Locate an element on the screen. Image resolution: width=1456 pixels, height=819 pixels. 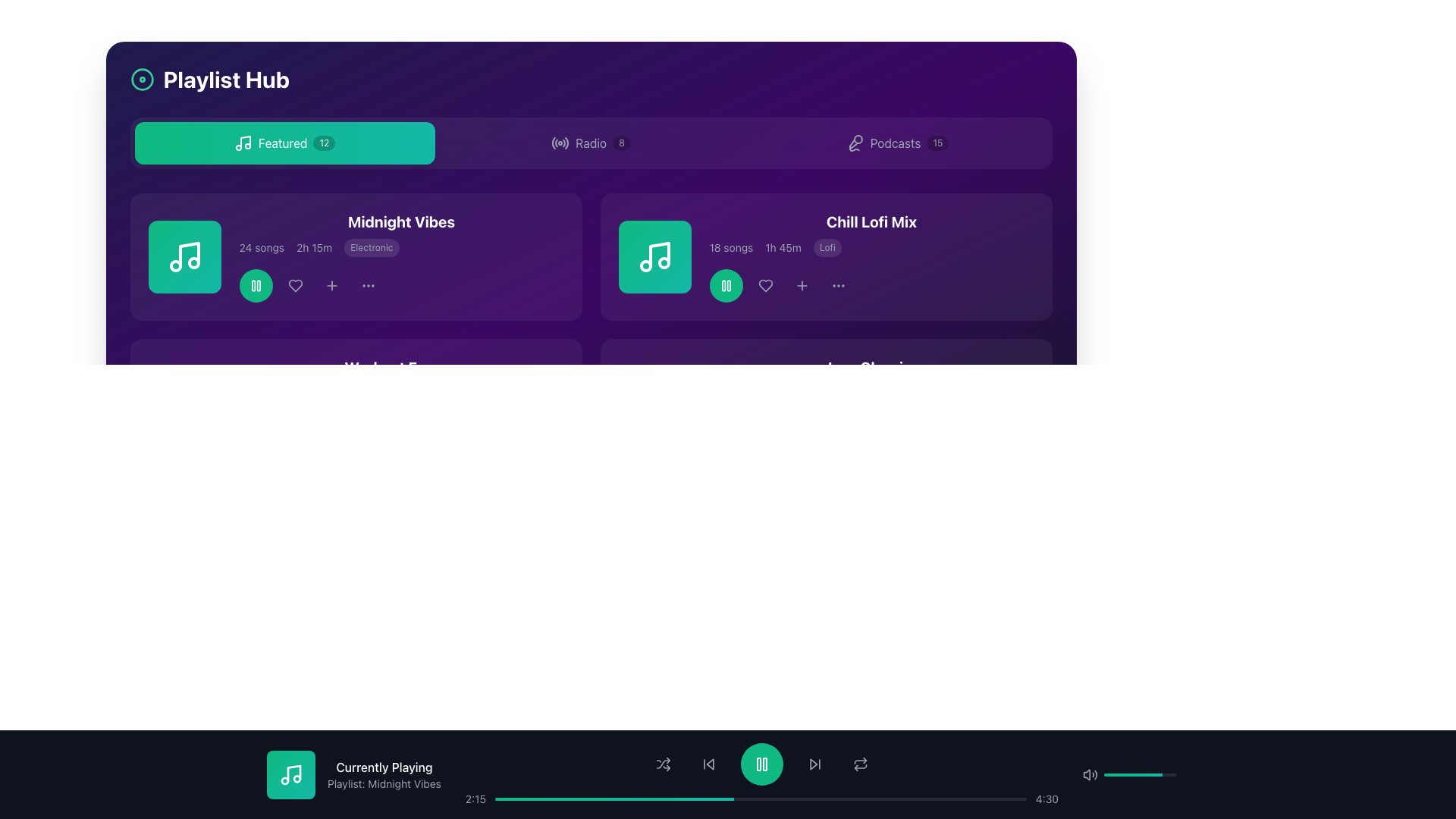
the gray plus icon located is located at coordinates (331, 286).